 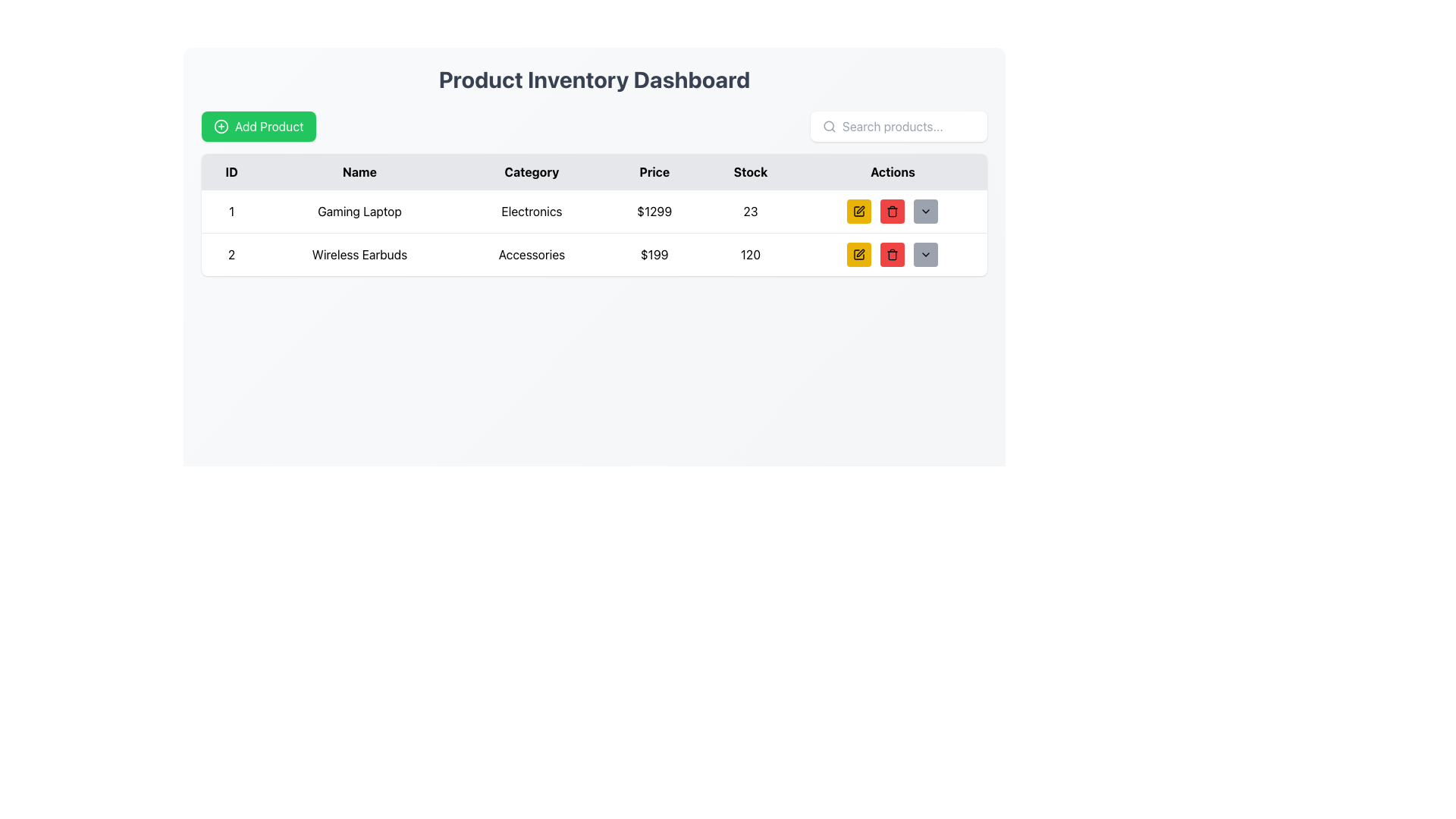 I want to click on the text displaying '$1299' which is located in the fourth column of the first row under the 'Price' header in the 'Gaming Laptop' table, so click(x=654, y=212).